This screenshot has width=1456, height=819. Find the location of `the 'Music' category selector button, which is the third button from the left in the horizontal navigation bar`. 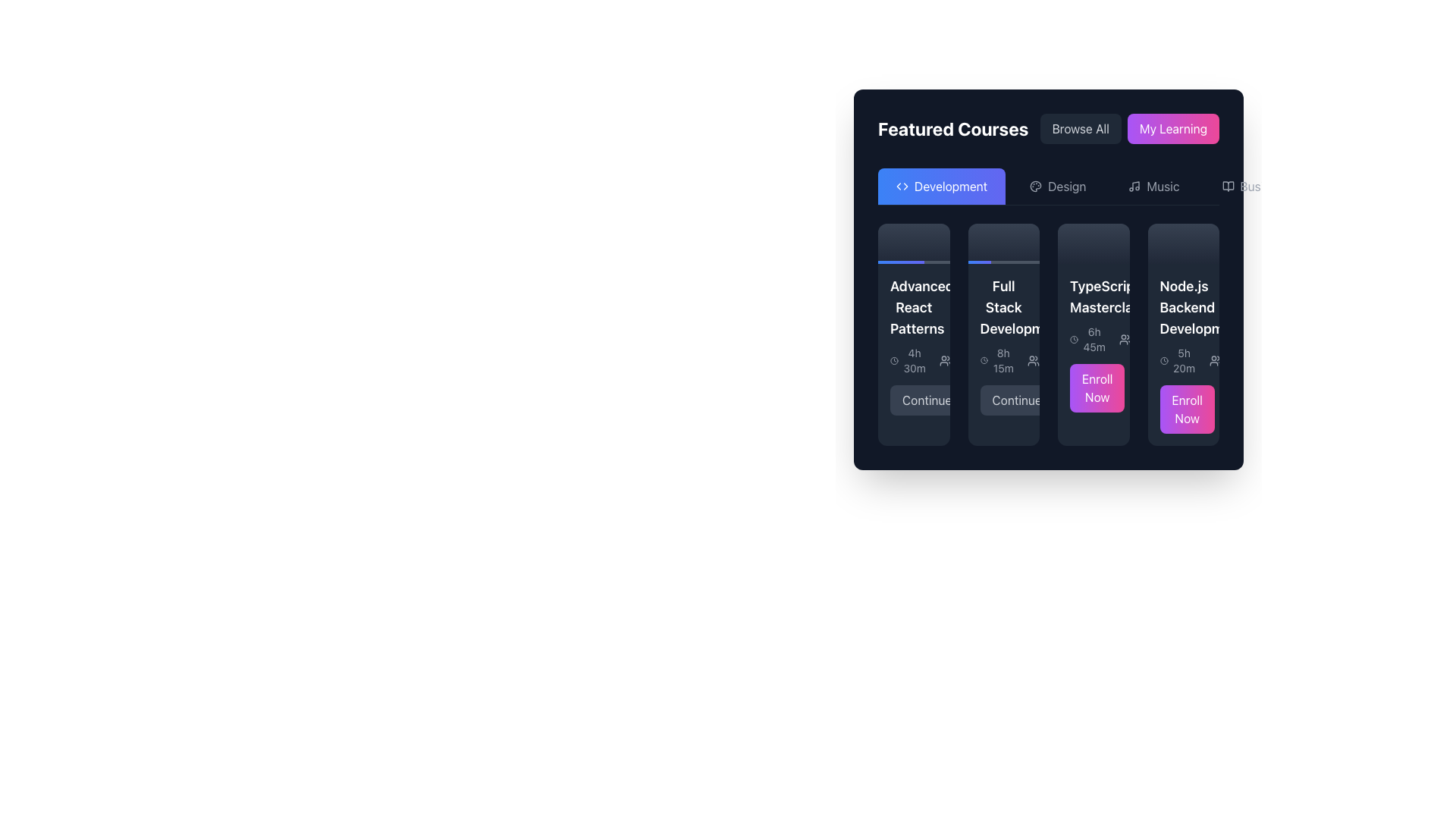

the 'Music' category selector button, which is the third button from the left in the horizontal navigation bar is located at coordinates (1153, 186).